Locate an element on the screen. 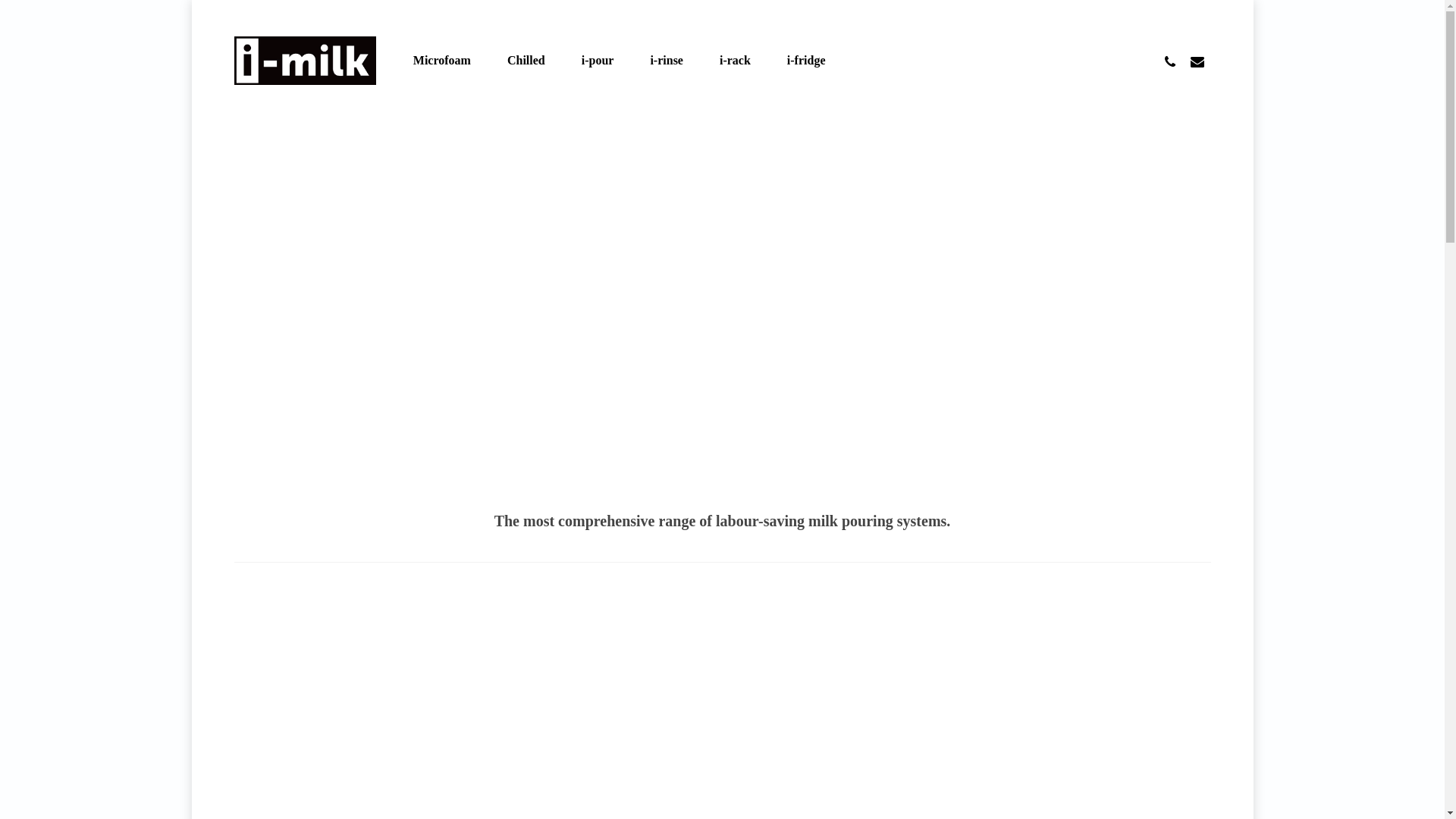 Image resolution: width=1456 pixels, height=819 pixels. 'Chilled' is located at coordinates (526, 60).